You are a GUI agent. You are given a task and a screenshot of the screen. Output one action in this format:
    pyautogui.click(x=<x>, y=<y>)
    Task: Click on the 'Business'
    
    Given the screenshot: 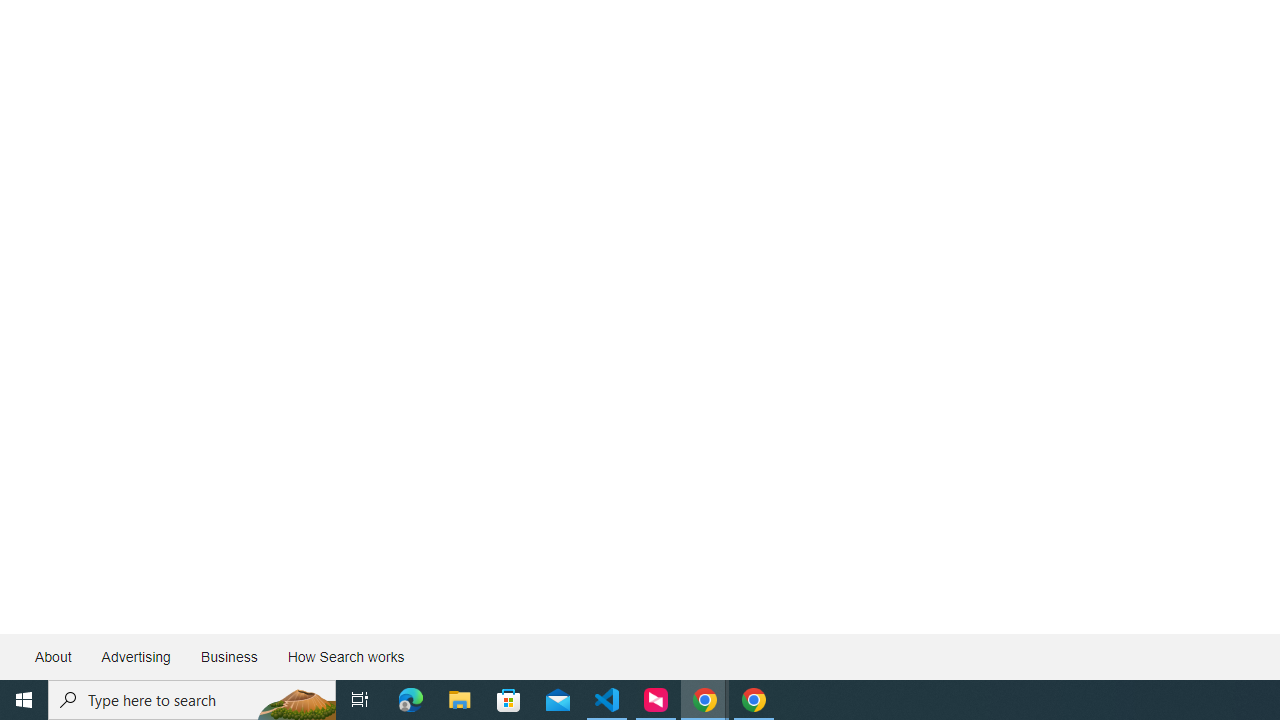 What is the action you would take?
    pyautogui.click(x=229, y=657)
    